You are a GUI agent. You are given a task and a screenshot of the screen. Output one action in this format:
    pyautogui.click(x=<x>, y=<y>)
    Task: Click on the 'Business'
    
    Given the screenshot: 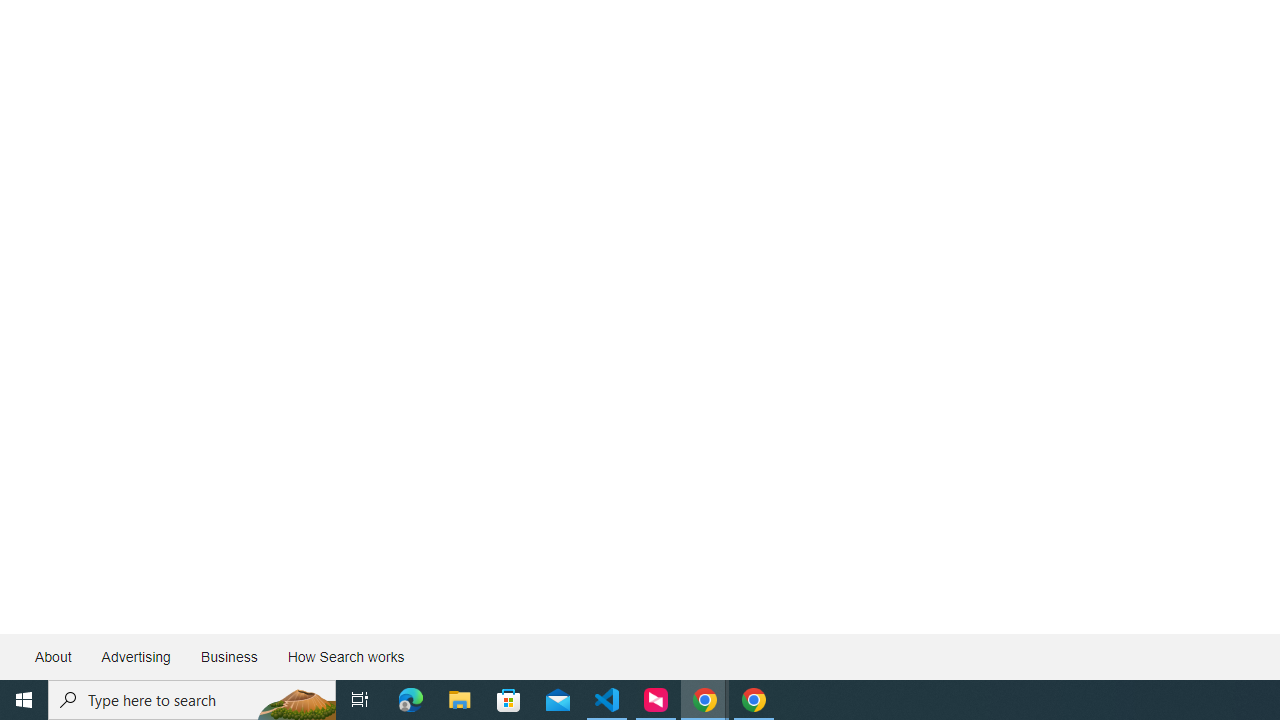 What is the action you would take?
    pyautogui.click(x=229, y=657)
    